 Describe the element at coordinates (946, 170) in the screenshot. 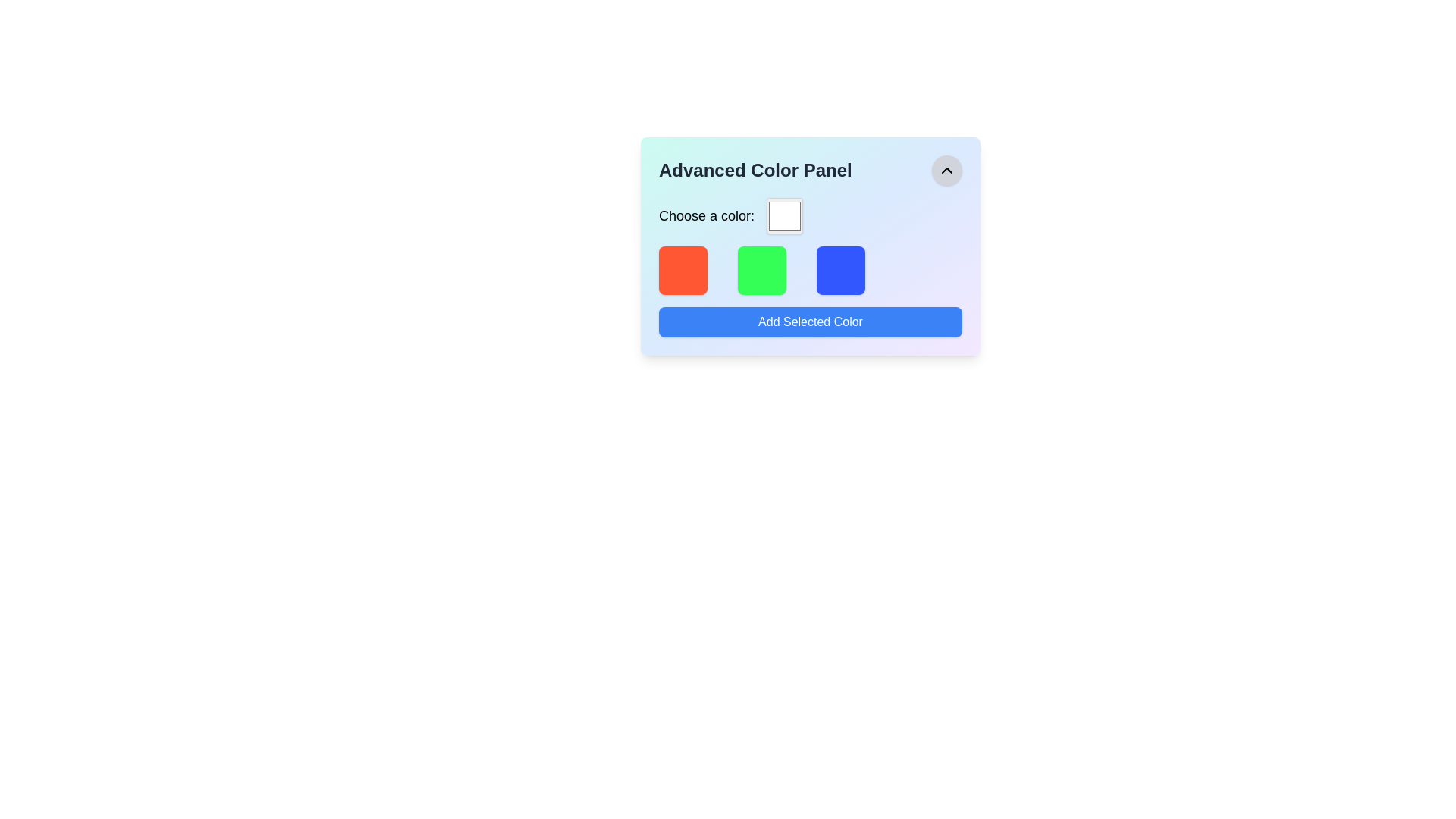

I see `the circular button icon located at the top right corner of the 'Advanced Color Panel', which has a gray background and subtle shadow, to receive potential feedback` at that location.